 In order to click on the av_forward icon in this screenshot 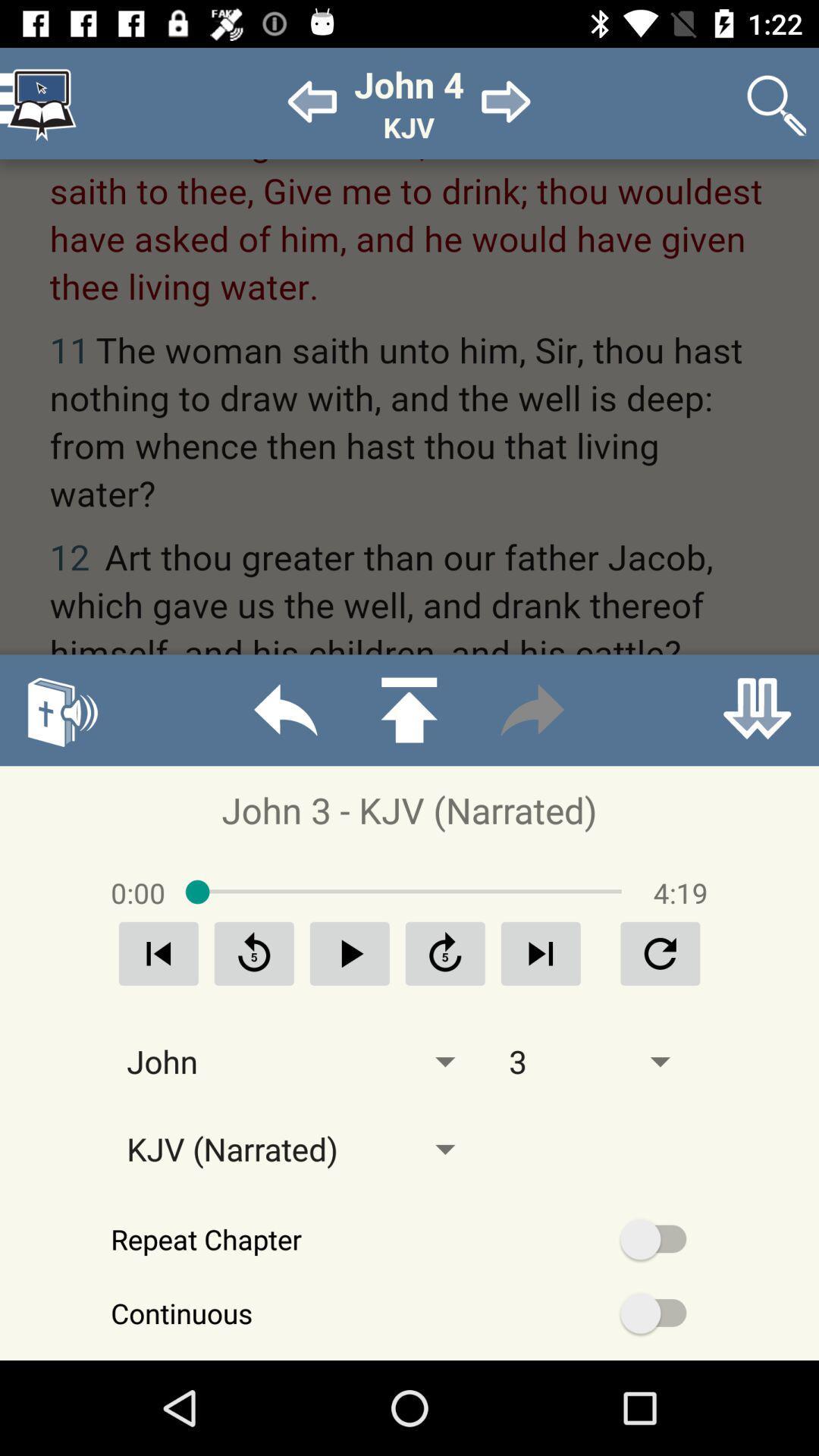, I will do `click(444, 952)`.